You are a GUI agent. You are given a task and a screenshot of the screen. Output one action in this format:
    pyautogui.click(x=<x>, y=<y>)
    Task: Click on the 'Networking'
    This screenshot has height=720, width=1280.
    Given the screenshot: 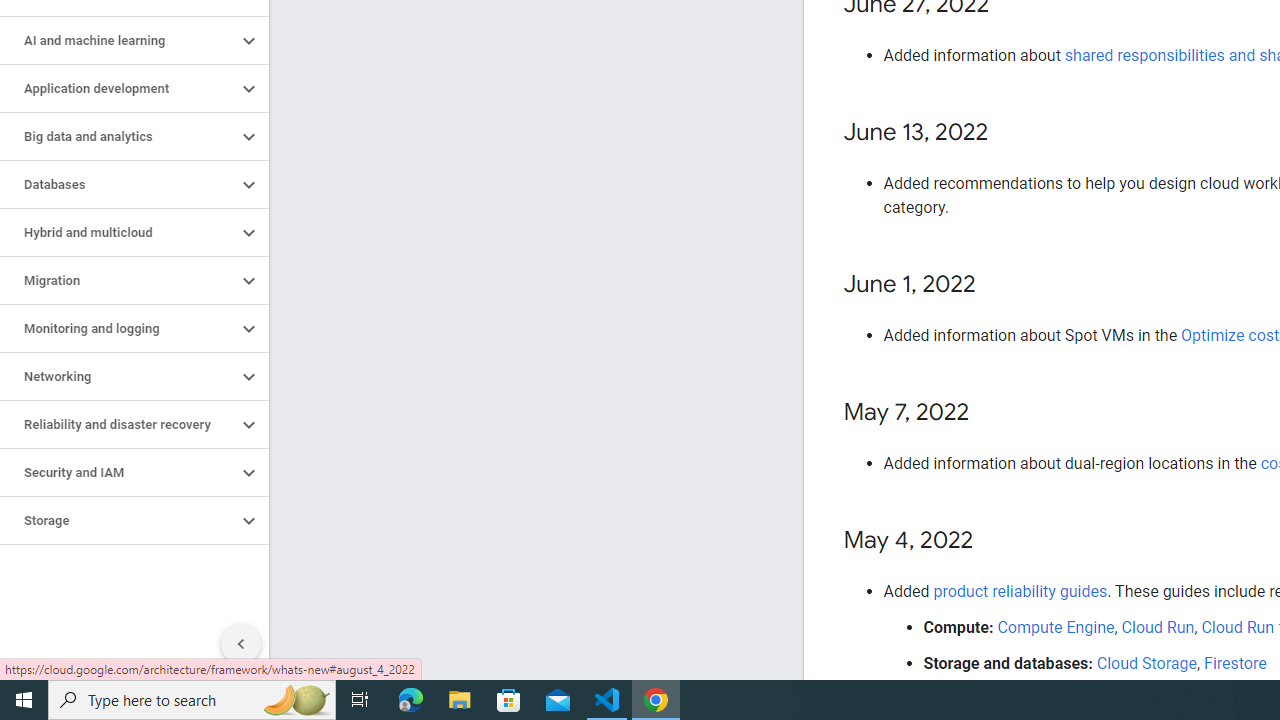 What is the action you would take?
    pyautogui.click(x=117, y=376)
    